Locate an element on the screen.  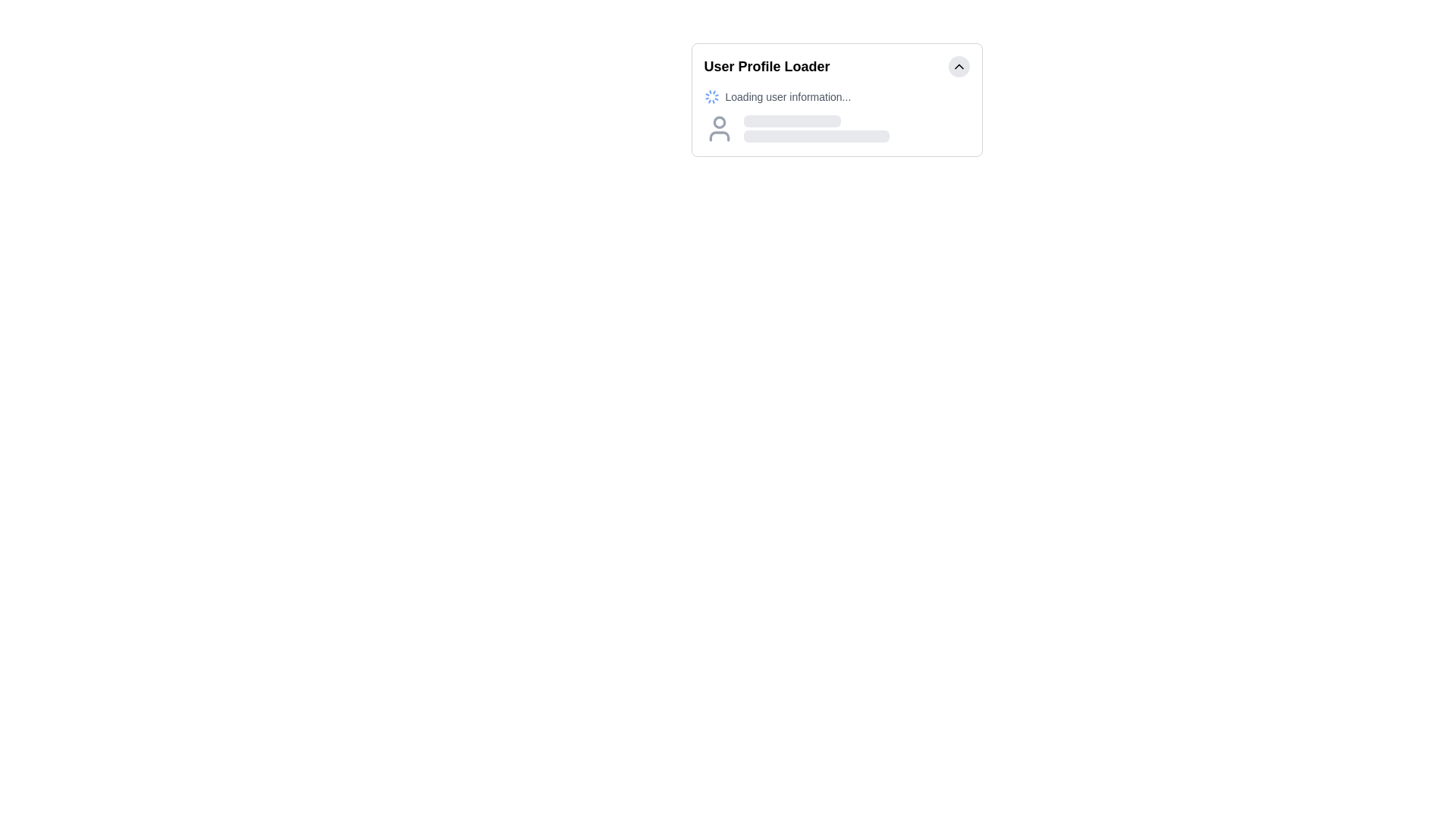
the Status Message indicating that the application is loading user information, positioned below the title 'User Profile Loader' is located at coordinates (836, 96).